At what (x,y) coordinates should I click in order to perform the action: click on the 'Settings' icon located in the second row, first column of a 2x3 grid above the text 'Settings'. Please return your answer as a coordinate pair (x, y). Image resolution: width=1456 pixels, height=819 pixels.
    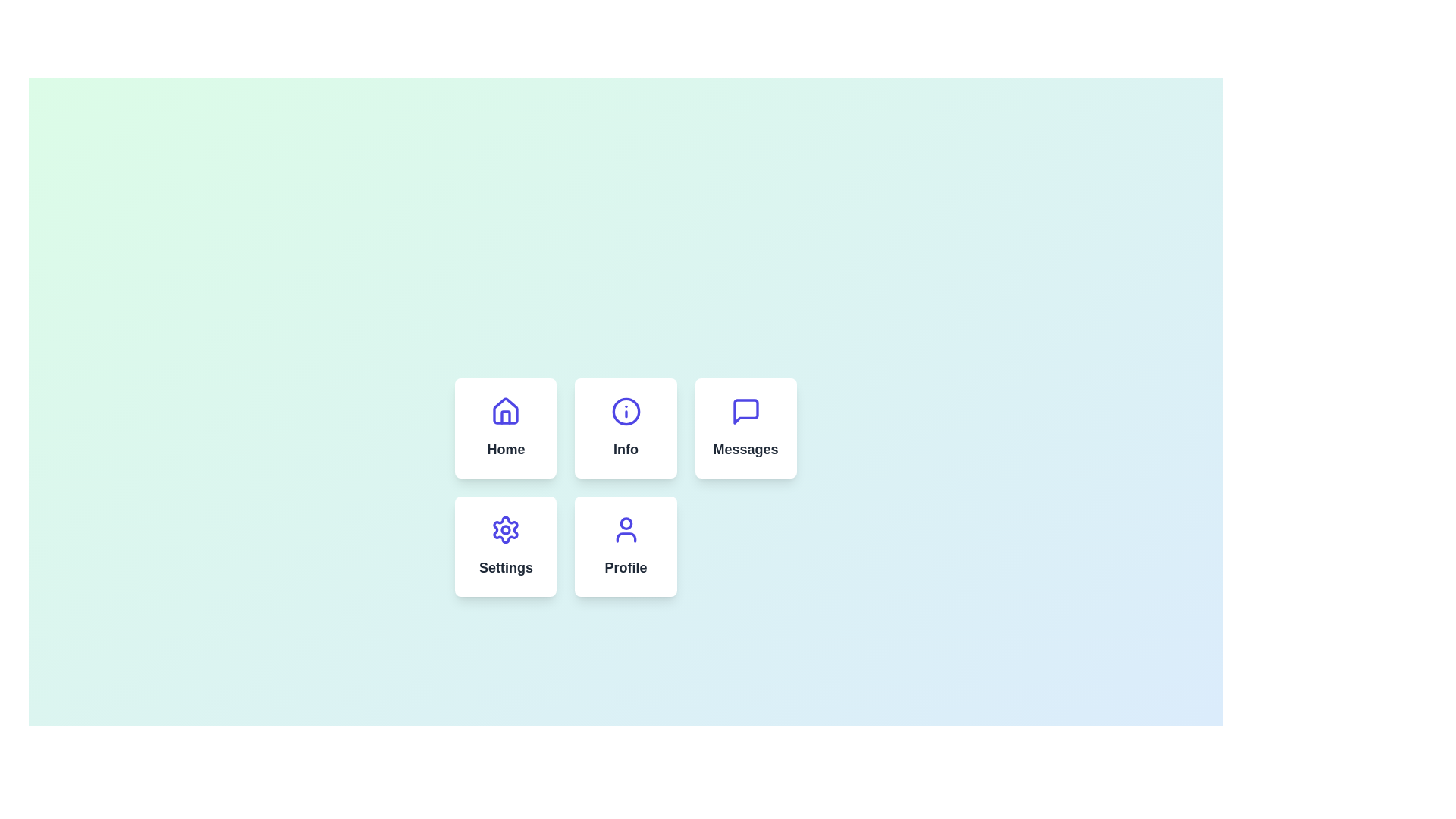
    Looking at the image, I should click on (506, 529).